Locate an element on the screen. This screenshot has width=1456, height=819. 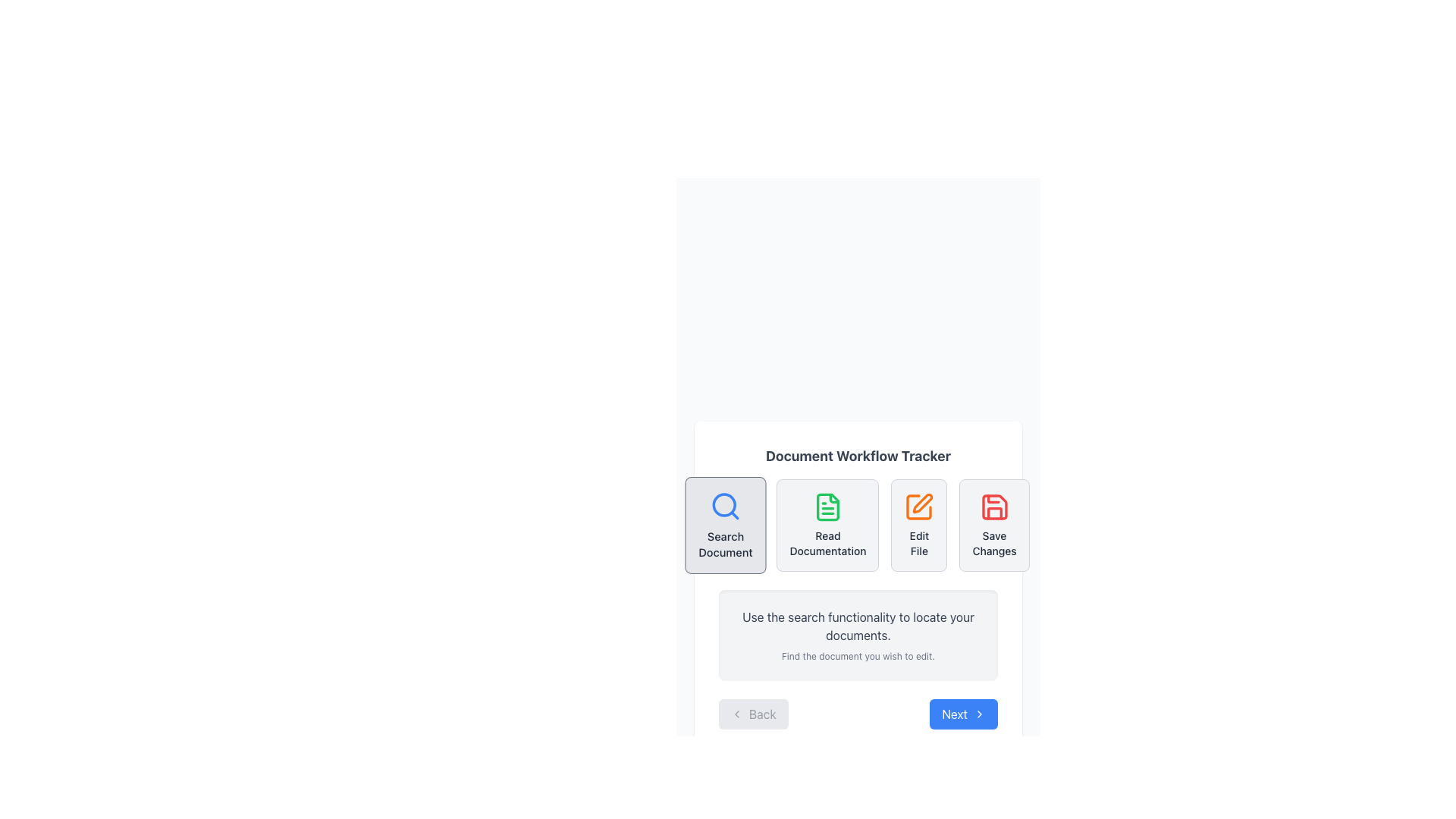
the centered text element displaying the phrase 'Use the search functionality to locate your documents.' which is styled in a normal font size with a neutral gray color is located at coordinates (858, 626).